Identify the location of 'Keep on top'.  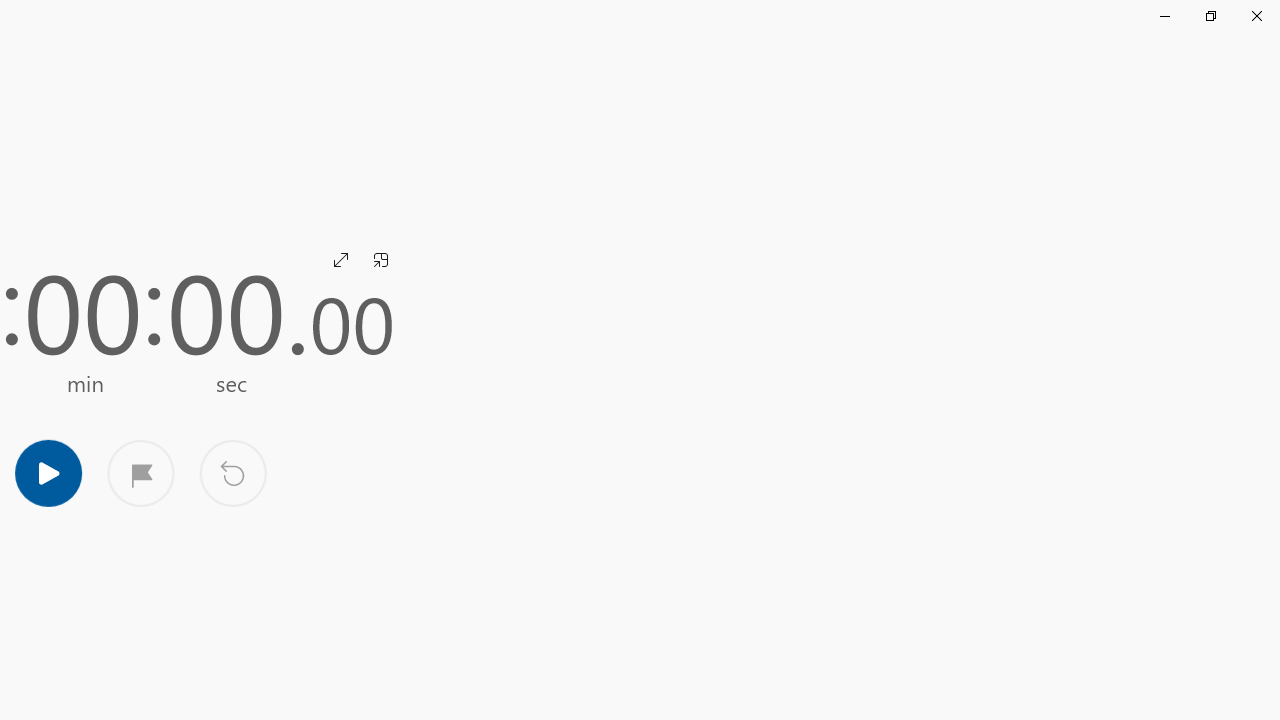
(380, 258).